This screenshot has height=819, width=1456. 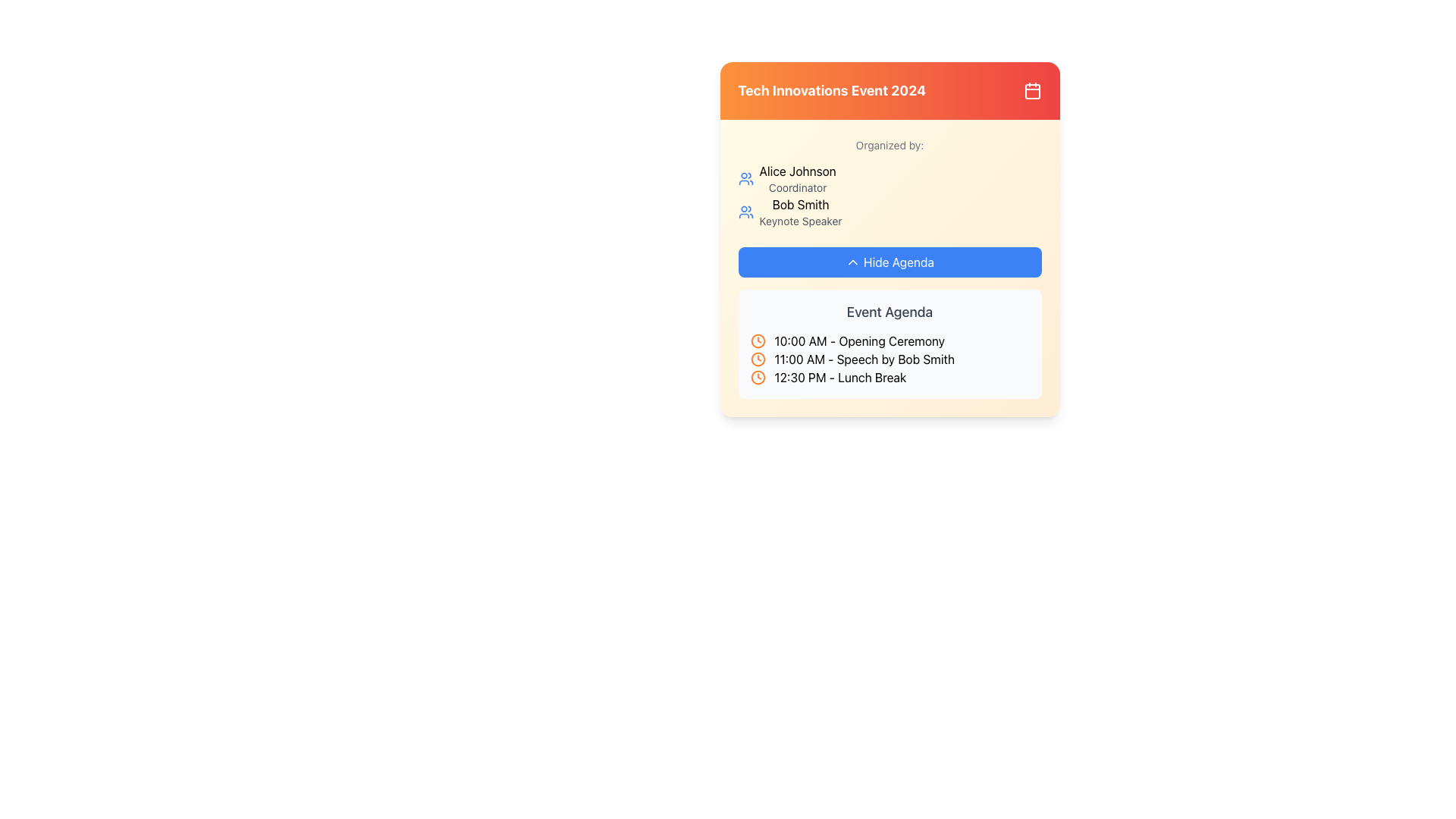 I want to click on the agenda item displaying '10:00 AM - Opening Ceremony' with a clock icon on its left, located in the 'Event Agenda' section, so click(x=890, y=341).